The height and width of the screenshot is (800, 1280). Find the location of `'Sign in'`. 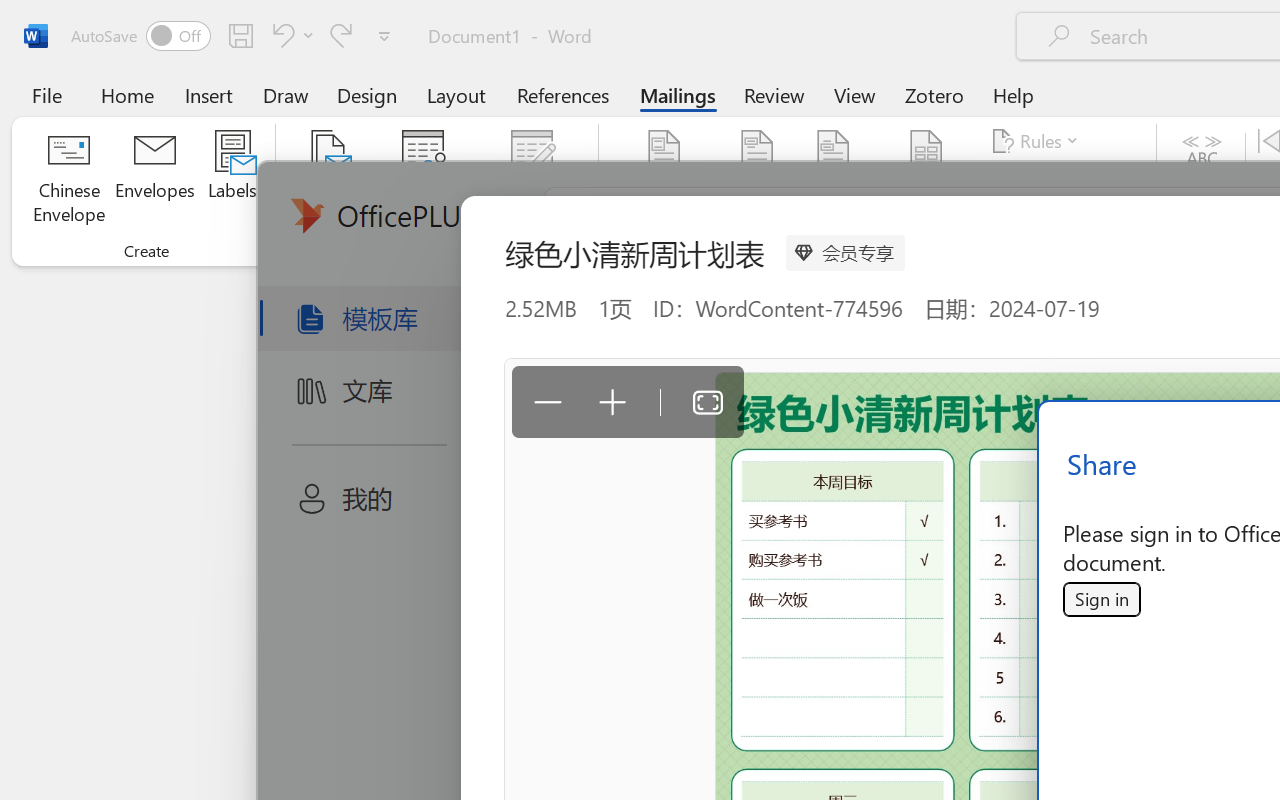

'Sign in' is located at coordinates (1100, 598).